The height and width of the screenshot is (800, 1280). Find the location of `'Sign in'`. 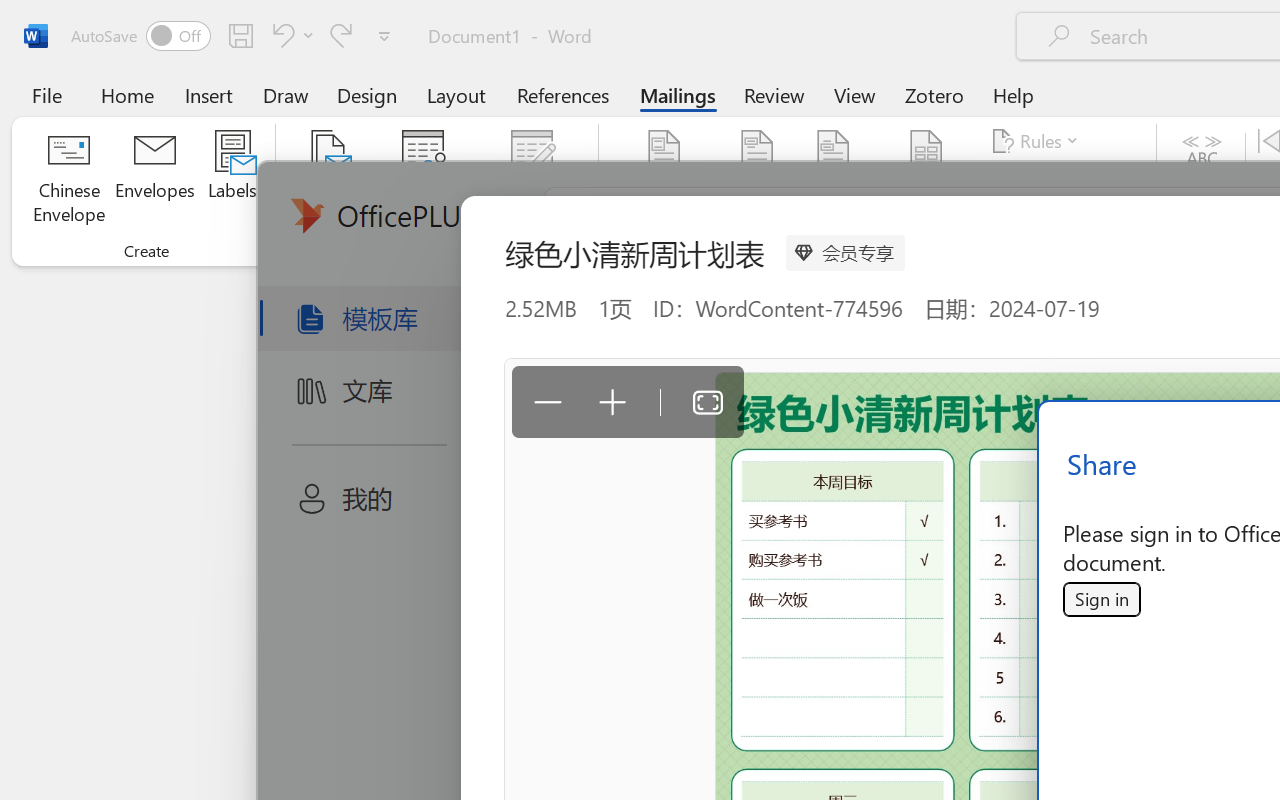

'Sign in' is located at coordinates (1100, 598).